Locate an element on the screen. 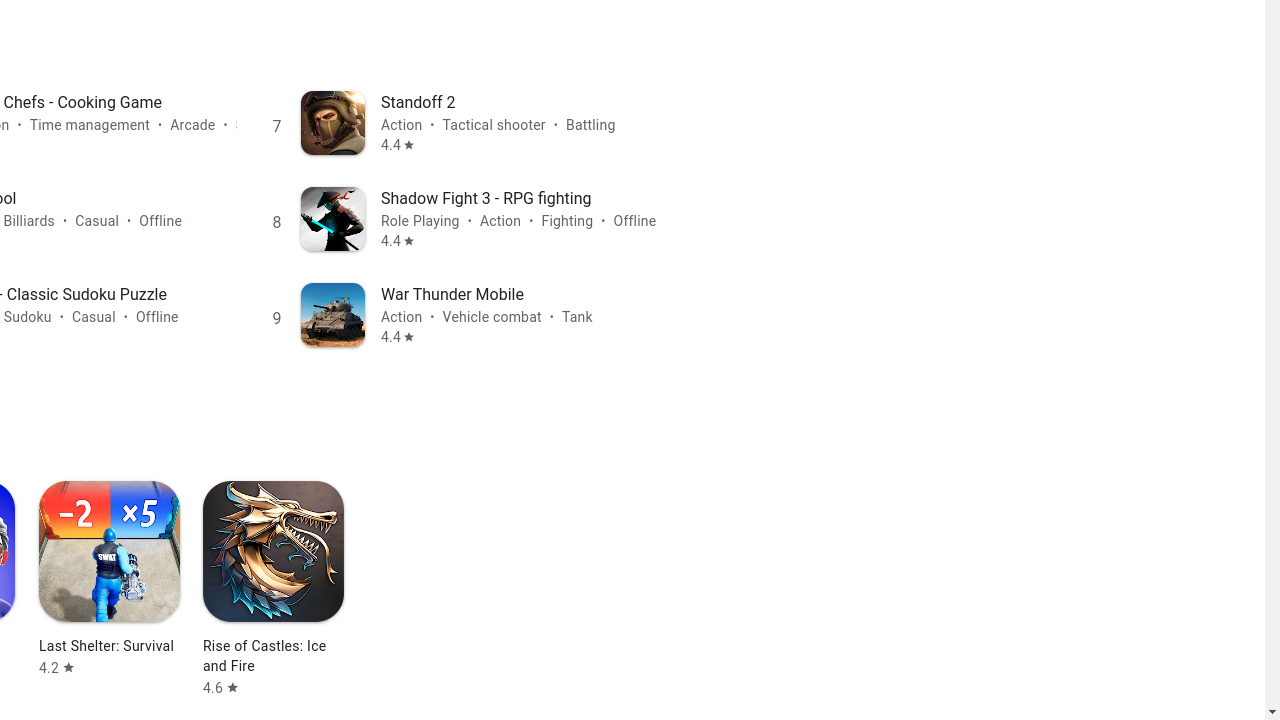  'Rank 8 Shadow Fight 3 - RPG fighting Role Playing • Action • Fighting • Offline Rated 4.4 stars out of five stars' is located at coordinates (467, 218).